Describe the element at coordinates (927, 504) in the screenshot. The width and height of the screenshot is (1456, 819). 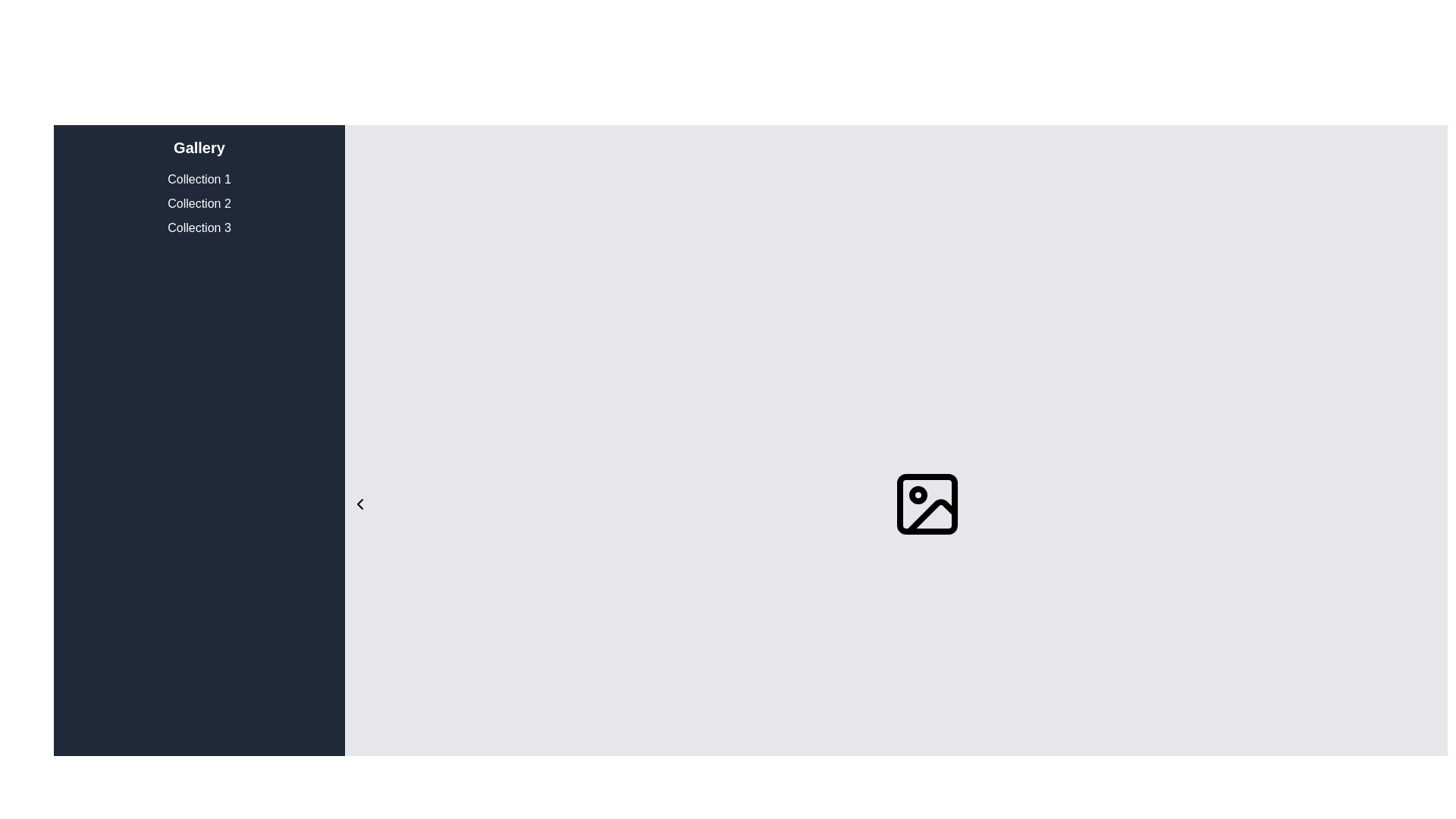
I see `the decorative graphic element that is part of the image icon, located at the top-left segment within the light gray background area` at that location.